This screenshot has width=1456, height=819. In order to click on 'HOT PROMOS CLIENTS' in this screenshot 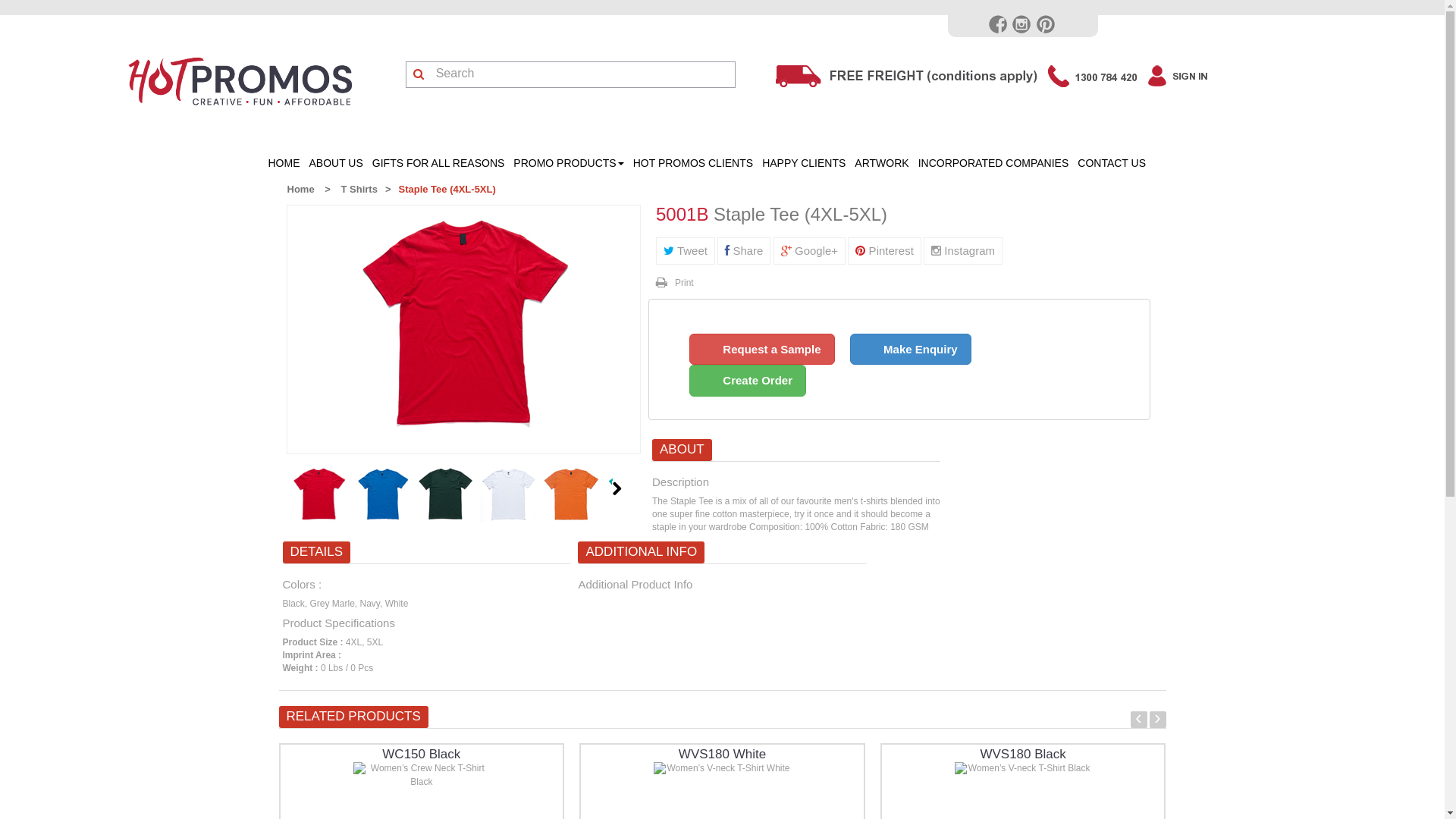, I will do `click(692, 163)`.